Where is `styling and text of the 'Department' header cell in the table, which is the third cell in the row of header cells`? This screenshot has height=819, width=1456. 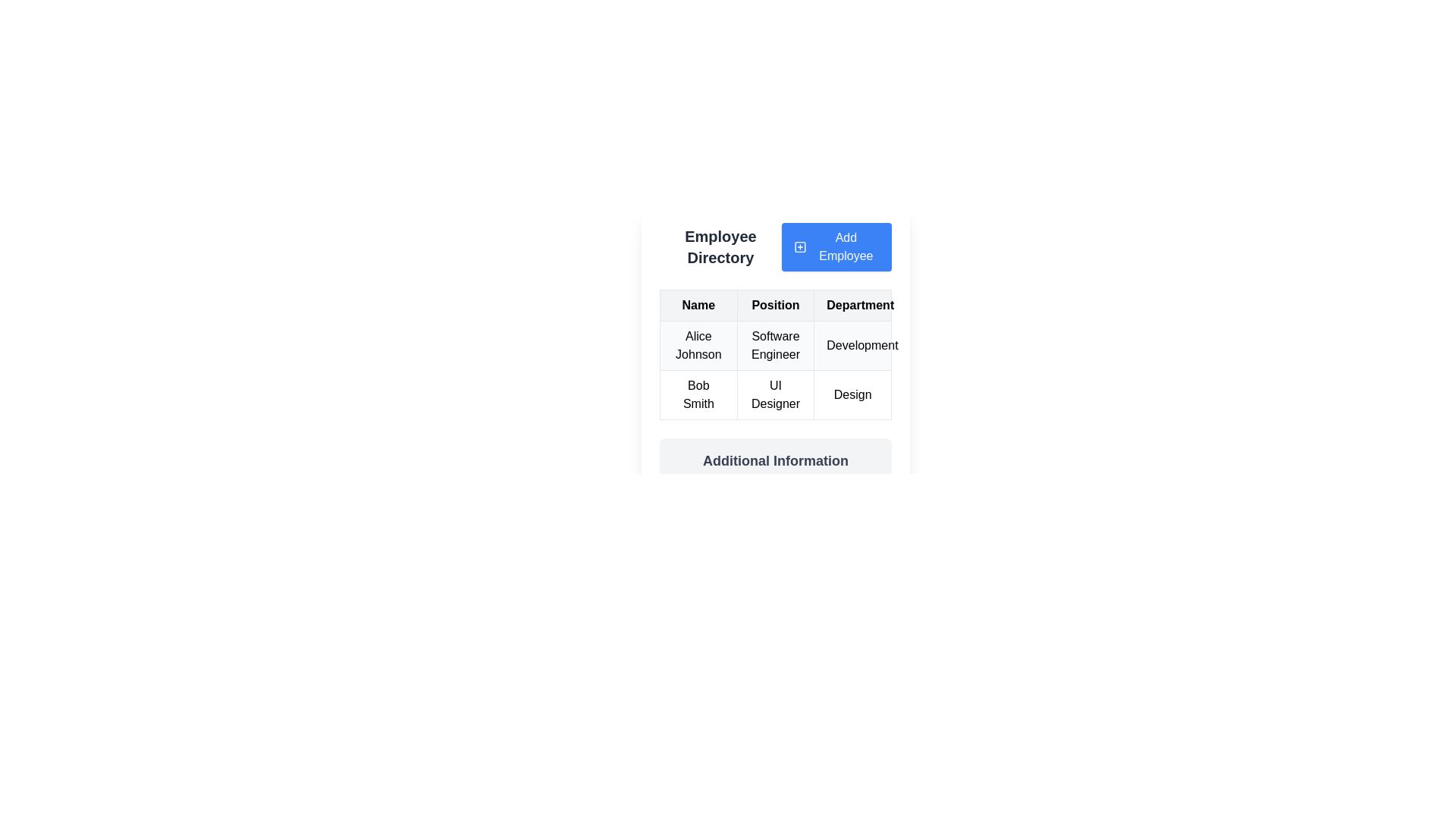
styling and text of the 'Department' header cell in the table, which is the third cell in the row of header cells is located at coordinates (852, 305).